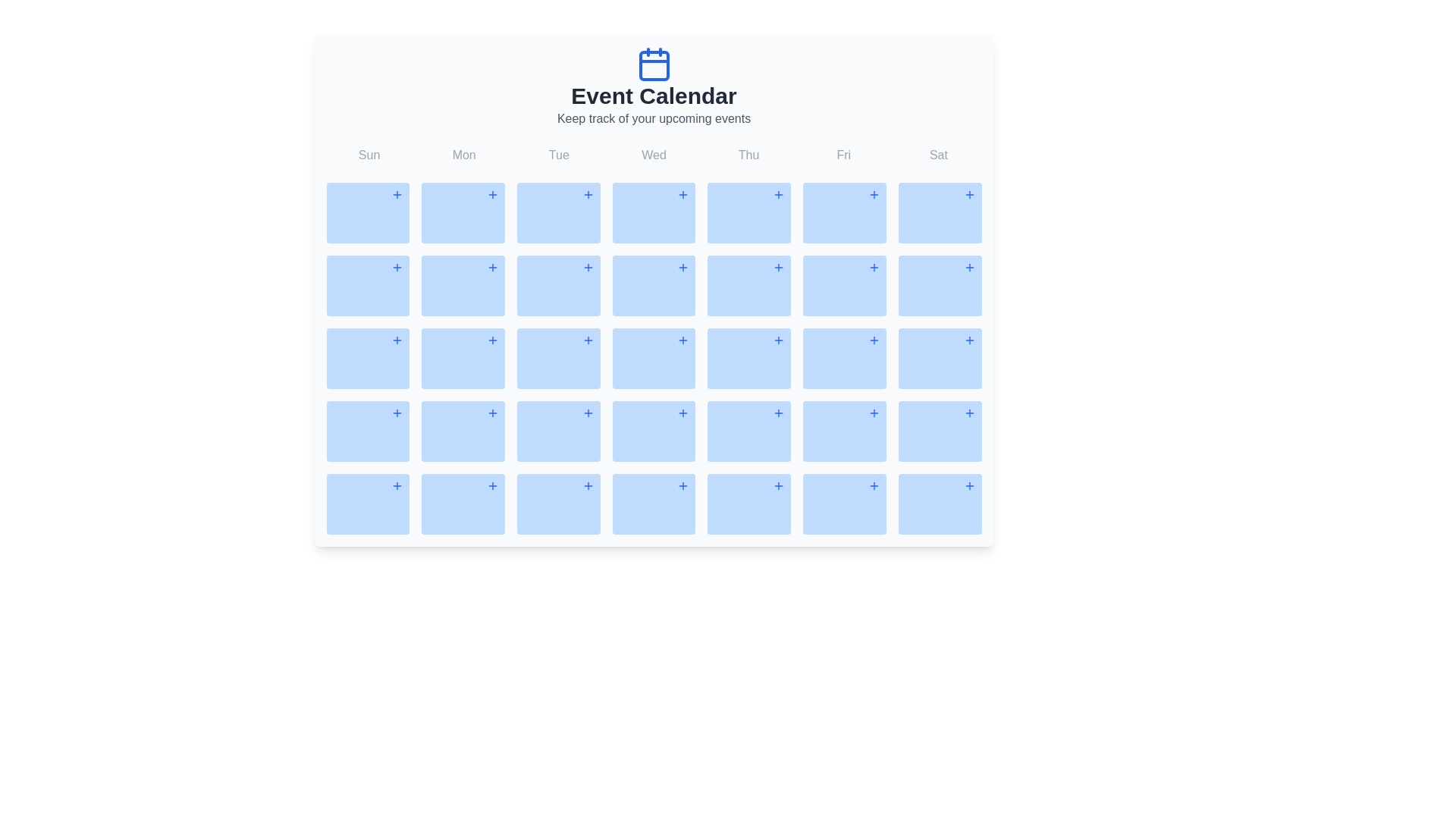 This screenshot has width=1456, height=819. What do you see at coordinates (843, 286) in the screenshot?
I see `the '+' button located within the interactive card in the sixth column and second row of the grid` at bounding box center [843, 286].